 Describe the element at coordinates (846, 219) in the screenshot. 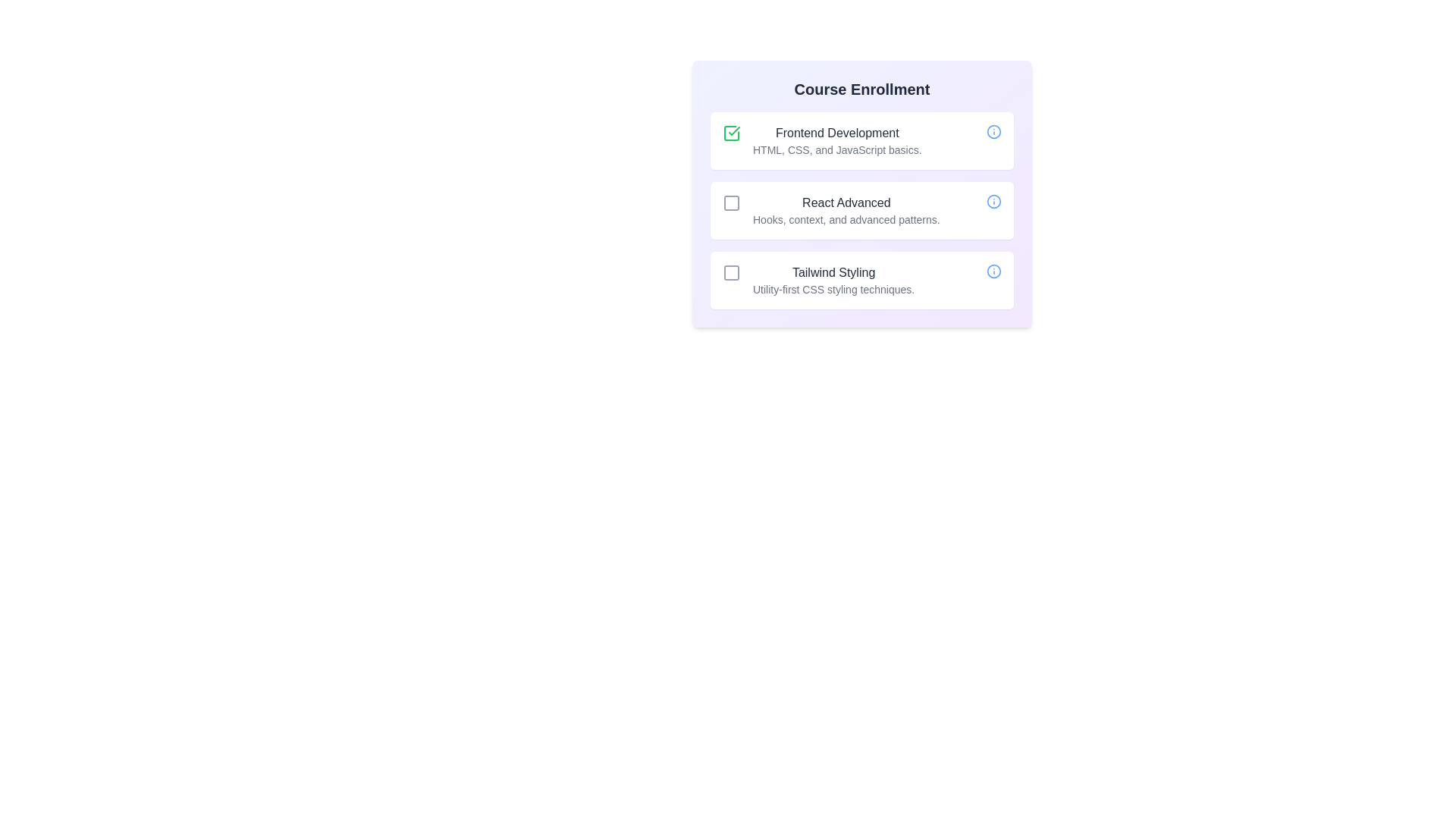

I see `the text label 'Hooks, context, and advanced patterns.' which is located beneath the heading 'React Advanced' in the course options list` at that location.